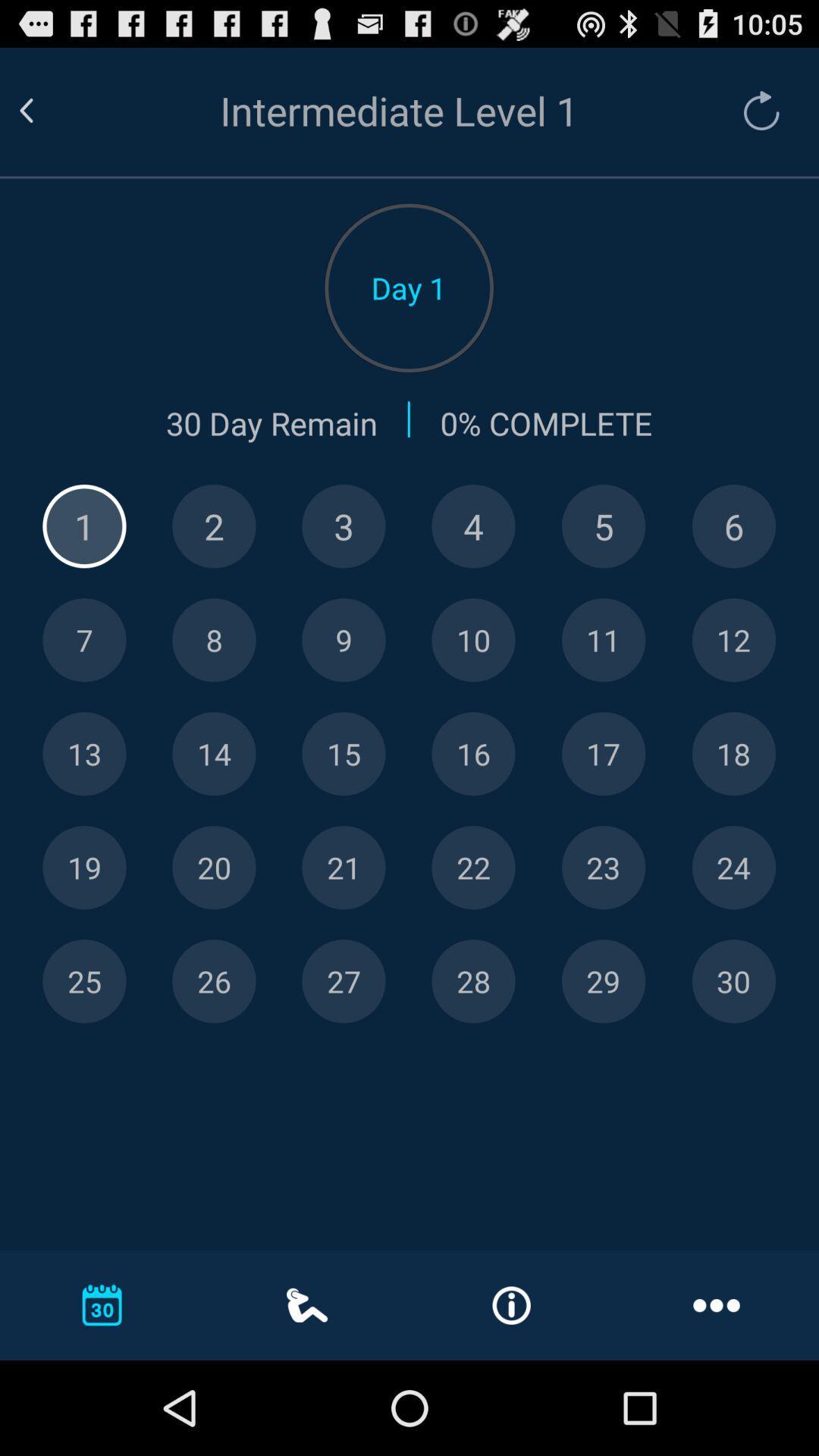 This screenshot has height=1456, width=819. I want to click on show day 28, so click(472, 981).